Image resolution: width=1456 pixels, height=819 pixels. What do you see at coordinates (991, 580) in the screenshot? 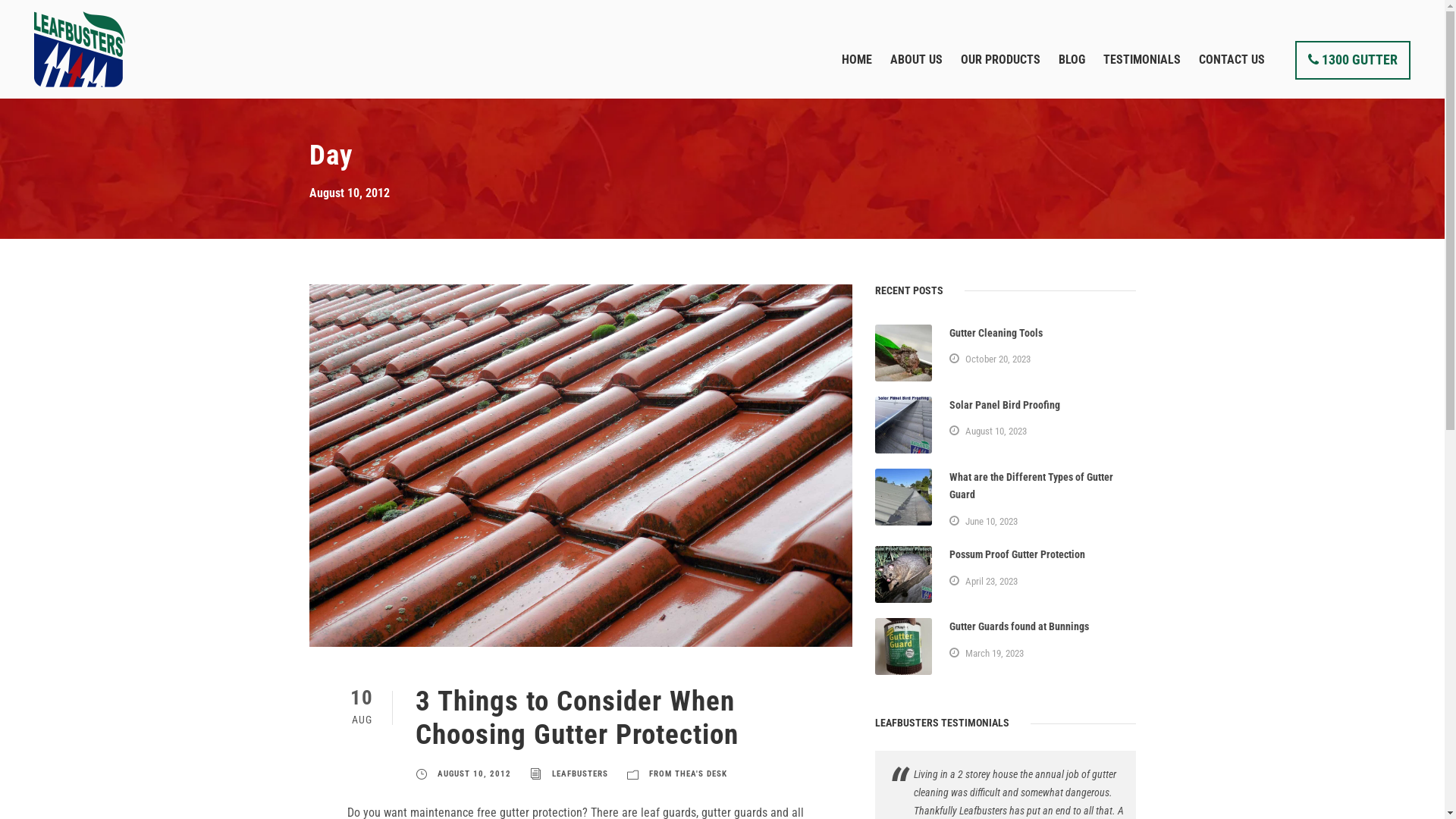
I see `'April 23, 2023'` at bounding box center [991, 580].